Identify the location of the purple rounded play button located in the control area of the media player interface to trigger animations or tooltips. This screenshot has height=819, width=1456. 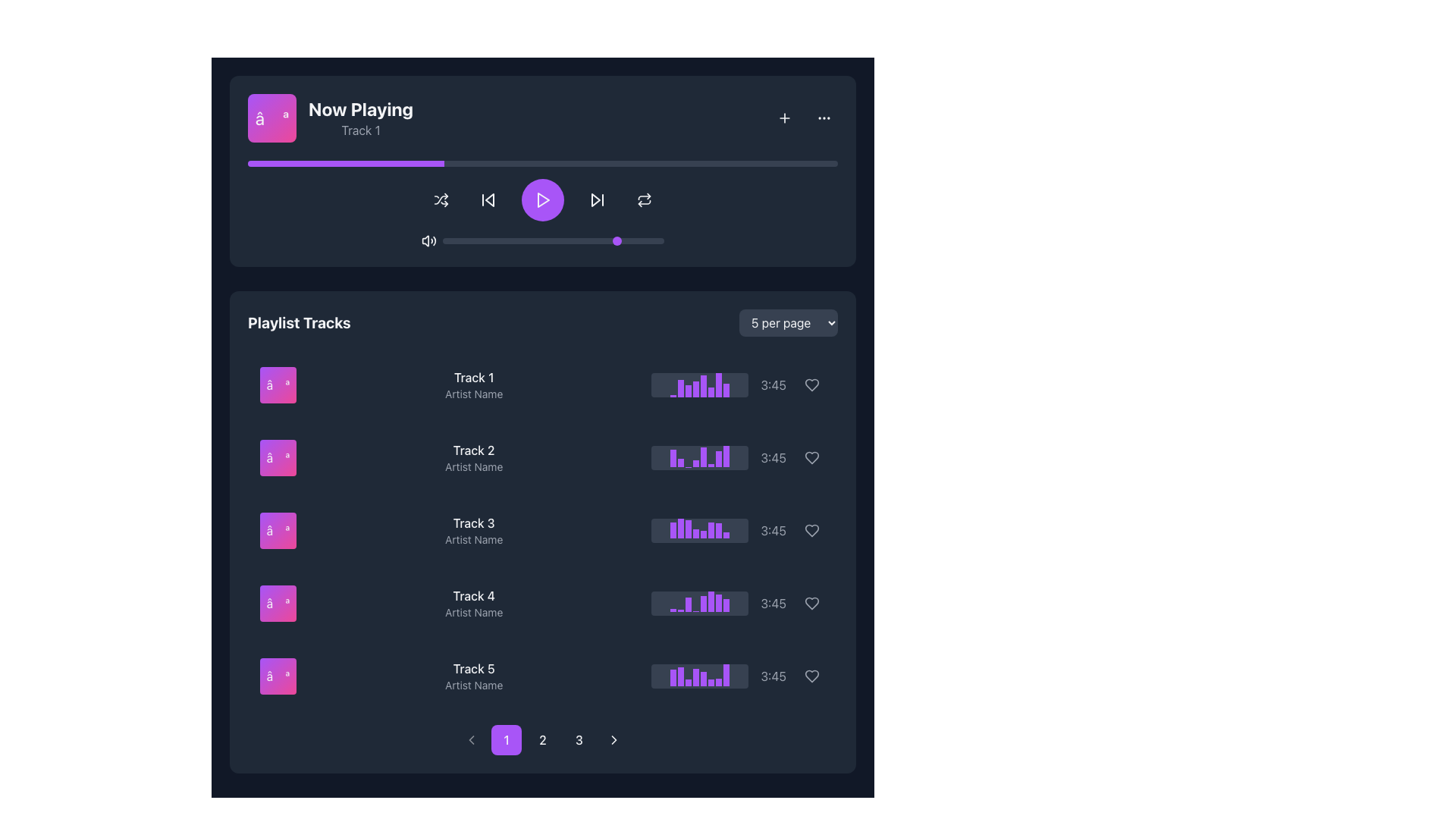
(542, 199).